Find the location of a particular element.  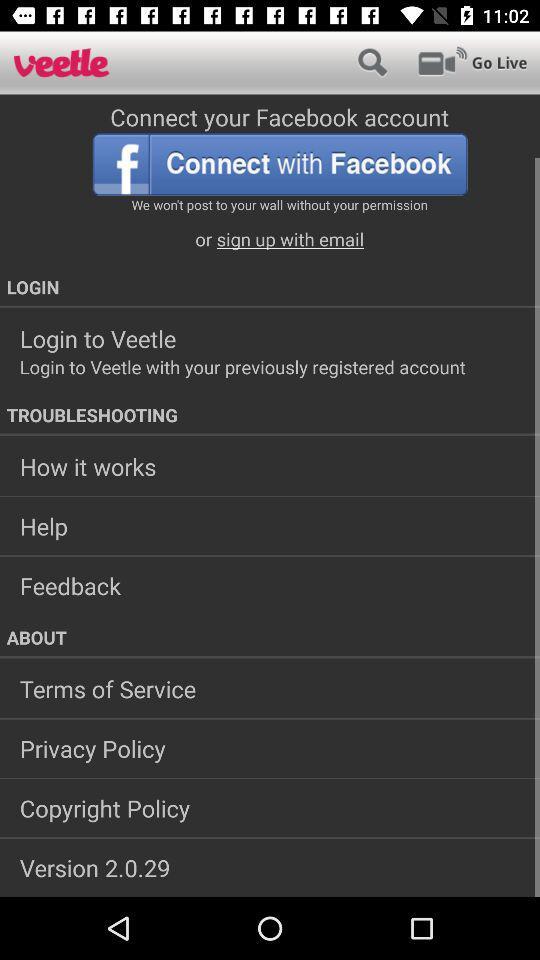

homepage is located at coordinates (61, 62).